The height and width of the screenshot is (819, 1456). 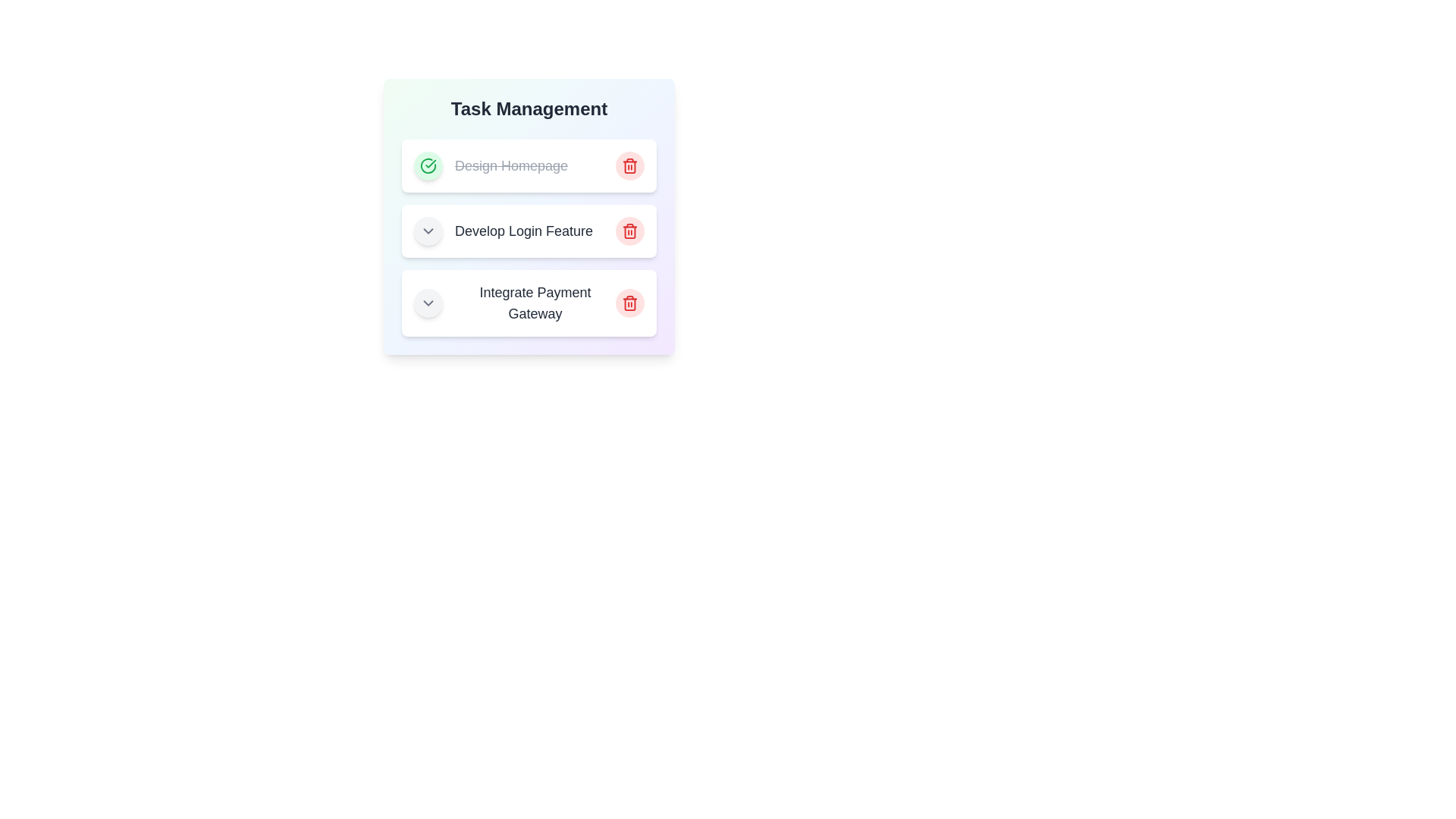 I want to click on the task Develop Login Feature to read its details, so click(x=529, y=231).